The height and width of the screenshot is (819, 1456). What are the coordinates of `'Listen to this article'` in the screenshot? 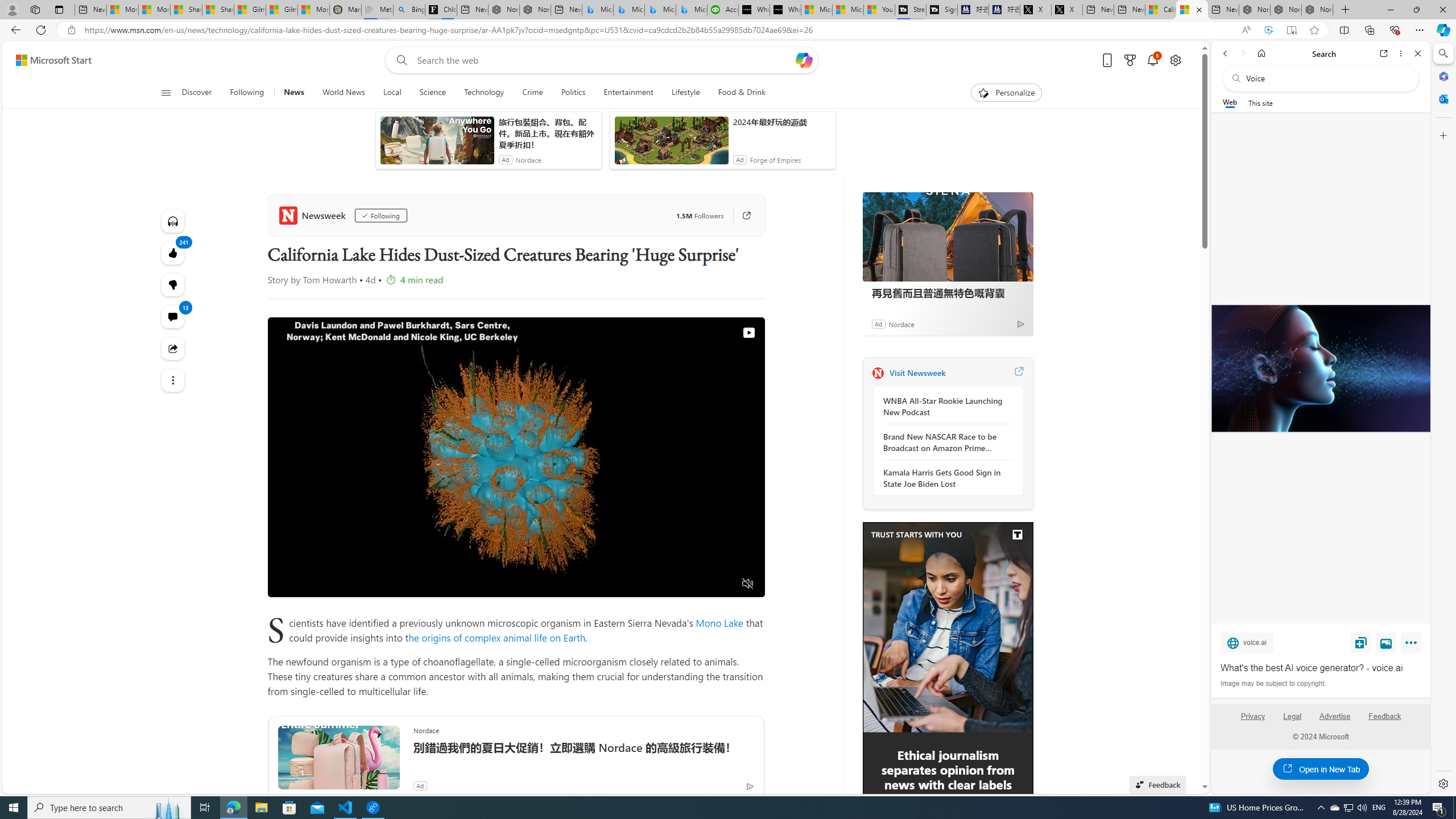 It's located at (172, 220).